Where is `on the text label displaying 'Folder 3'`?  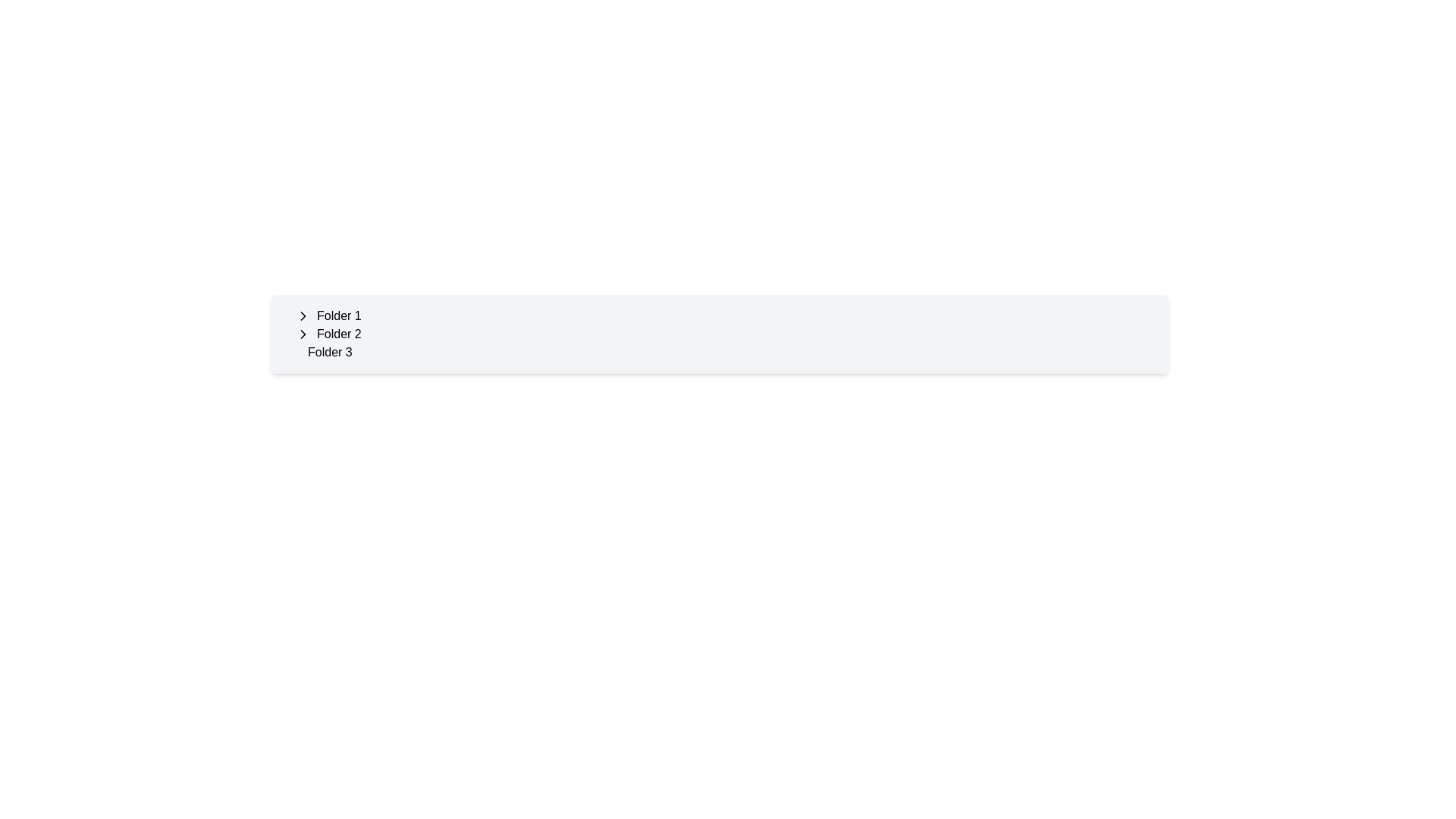 on the text label displaying 'Folder 3' is located at coordinates (329, 353).